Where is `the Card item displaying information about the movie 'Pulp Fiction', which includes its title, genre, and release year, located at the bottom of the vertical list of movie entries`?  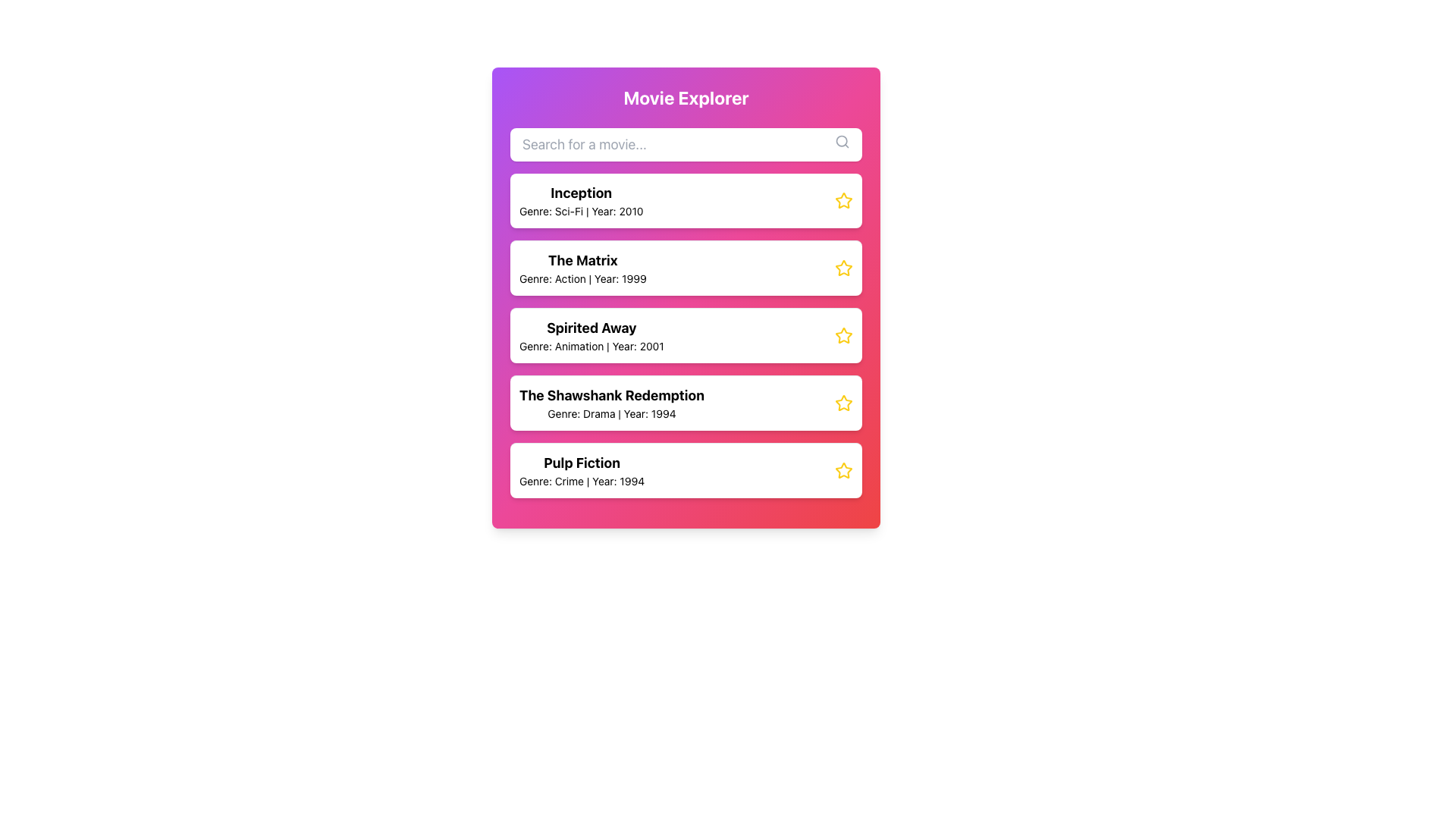
the Card item displaying information about the movie 'Pulp Fiction', which includes its title, genre, and release year, located at the bottom of the vertical list of movie entries is located at coordinates (686, 469).